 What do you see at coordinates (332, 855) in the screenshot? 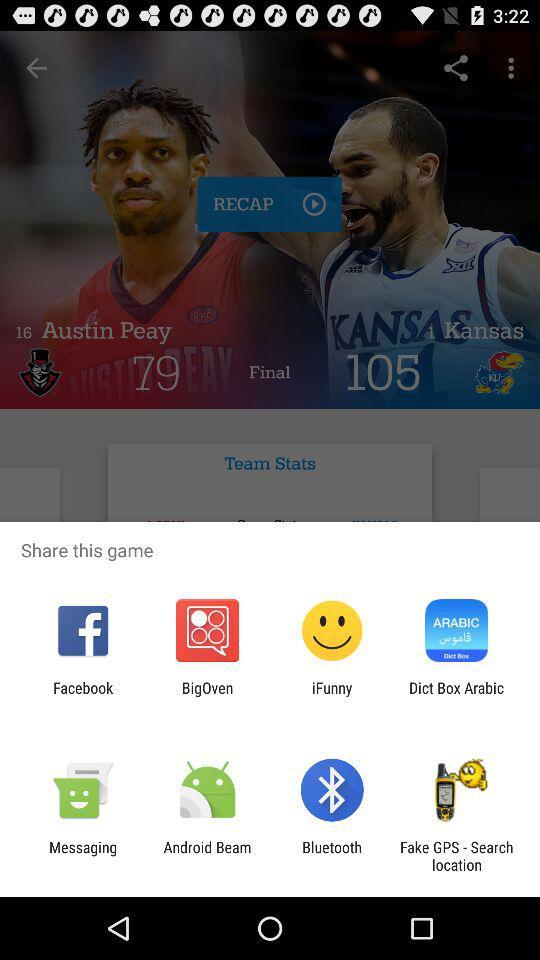
I see `item to the right of the android beam item` at bounding box center [332, 855].